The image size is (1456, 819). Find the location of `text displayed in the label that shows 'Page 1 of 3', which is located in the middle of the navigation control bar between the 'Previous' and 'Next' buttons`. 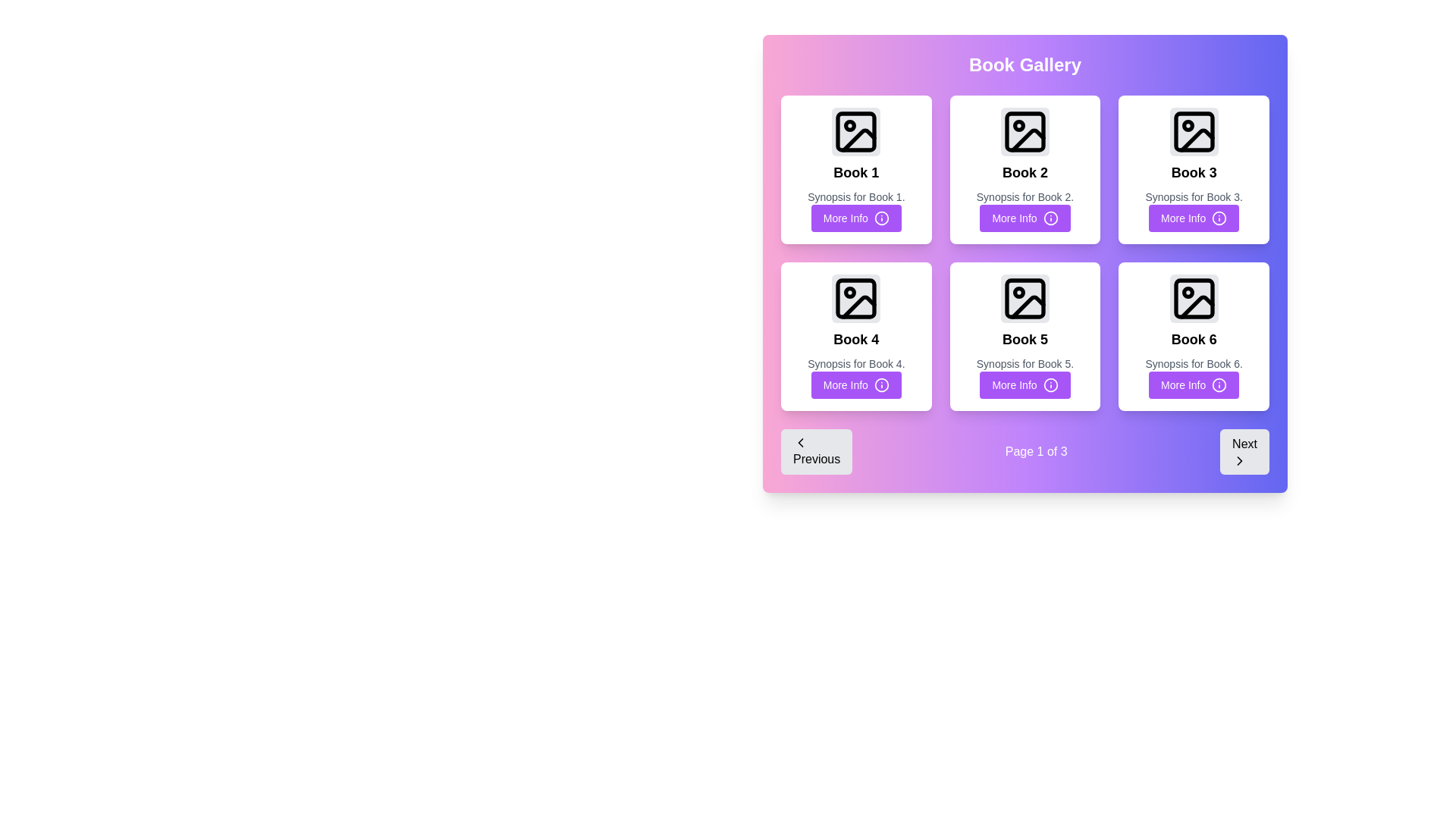

text displayed in the label that shows 'Page 1 of 3', which is located in the middle of the navigation control bar between the 'Previous' and 'Next' buttons is located at coordinates (1035, 451).